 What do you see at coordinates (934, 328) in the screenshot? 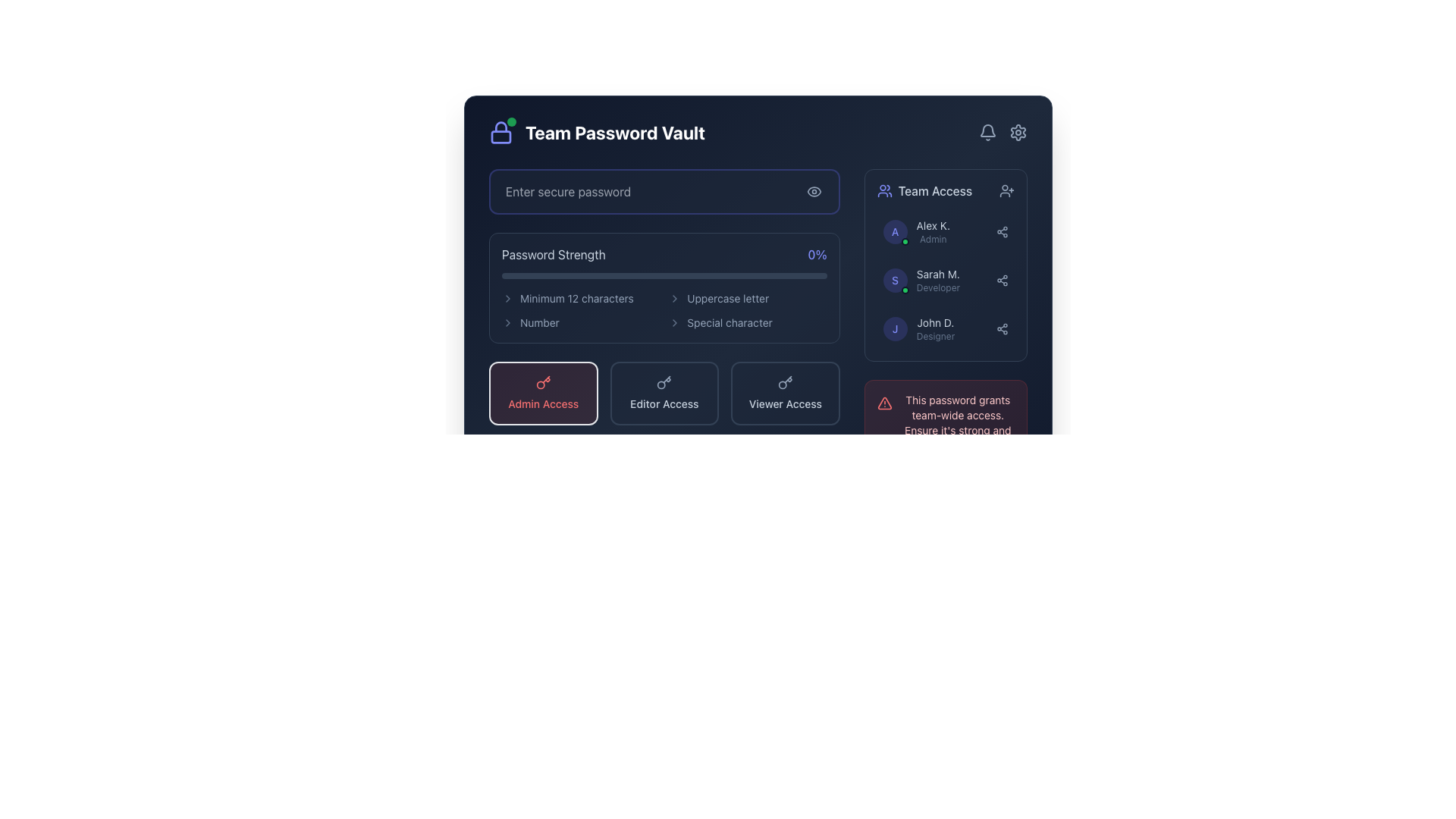
I see `the Label displaying 'John D. Designer' located under the 'Team Access' section, third in the list of team members` at bounding box center [934, 328].